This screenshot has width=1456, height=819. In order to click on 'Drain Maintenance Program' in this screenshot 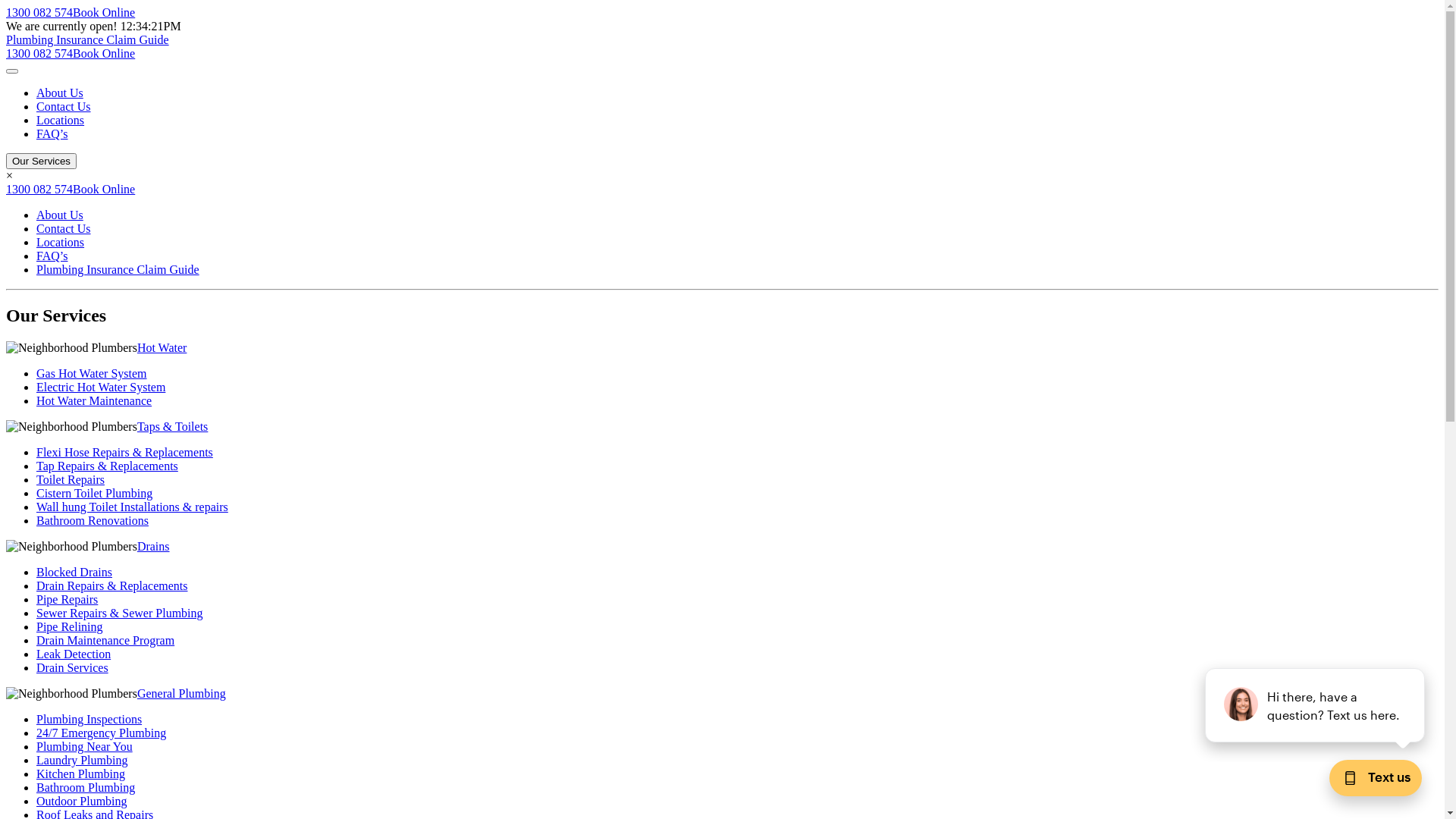, I will do `click(36, 640)`.